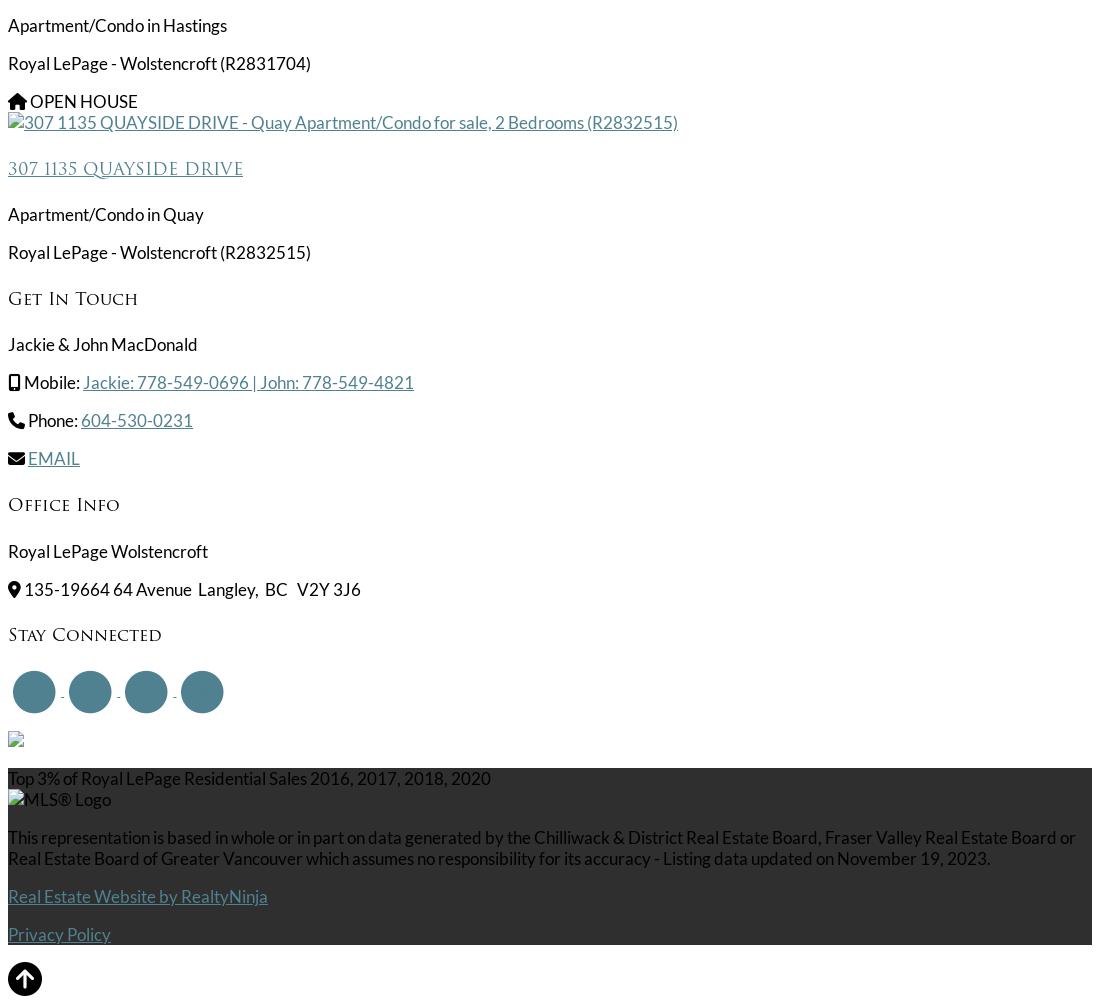 Image resolution: width=1100 pixels, height=1003 pixels. I want to click on 'Jackie & John MacDonald', so click(102, 343).